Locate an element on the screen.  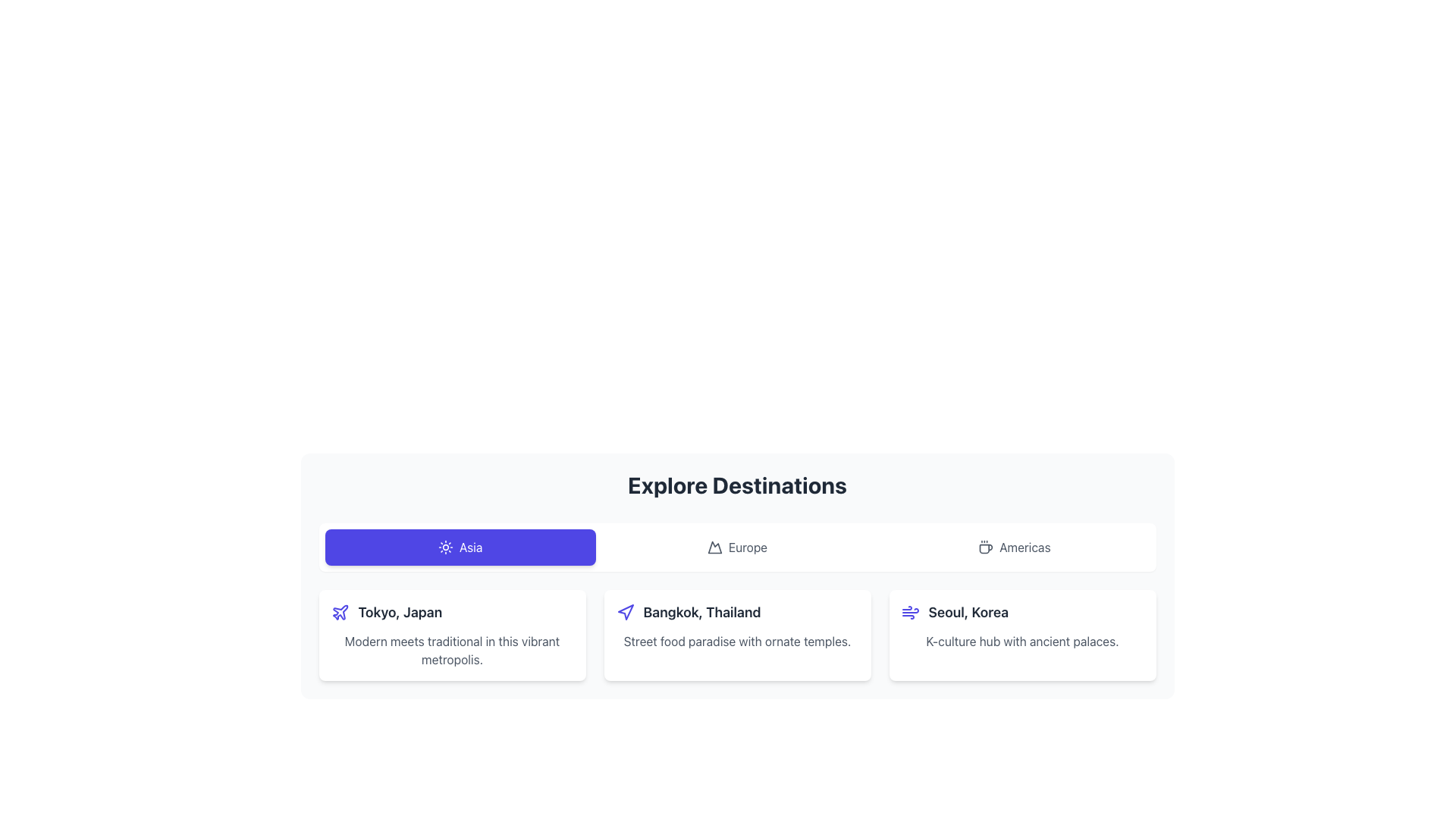
the navigation icon located in the card labeled 'Bangkok, Thailand', positioned to the left of the text and title is located at coordinates (626, 611).